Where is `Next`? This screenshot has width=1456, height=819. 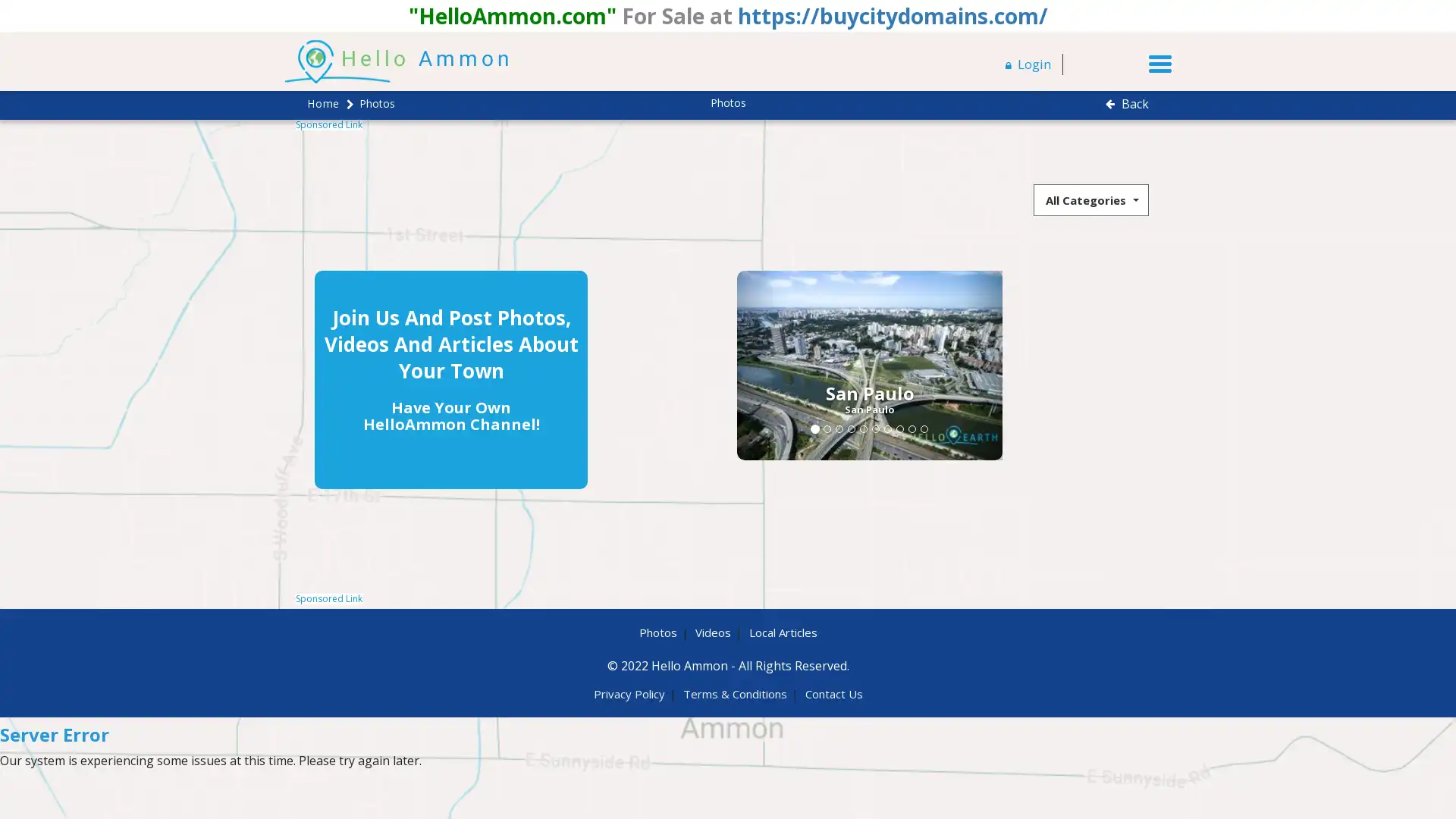
Next is located at coordinates (846, 365).